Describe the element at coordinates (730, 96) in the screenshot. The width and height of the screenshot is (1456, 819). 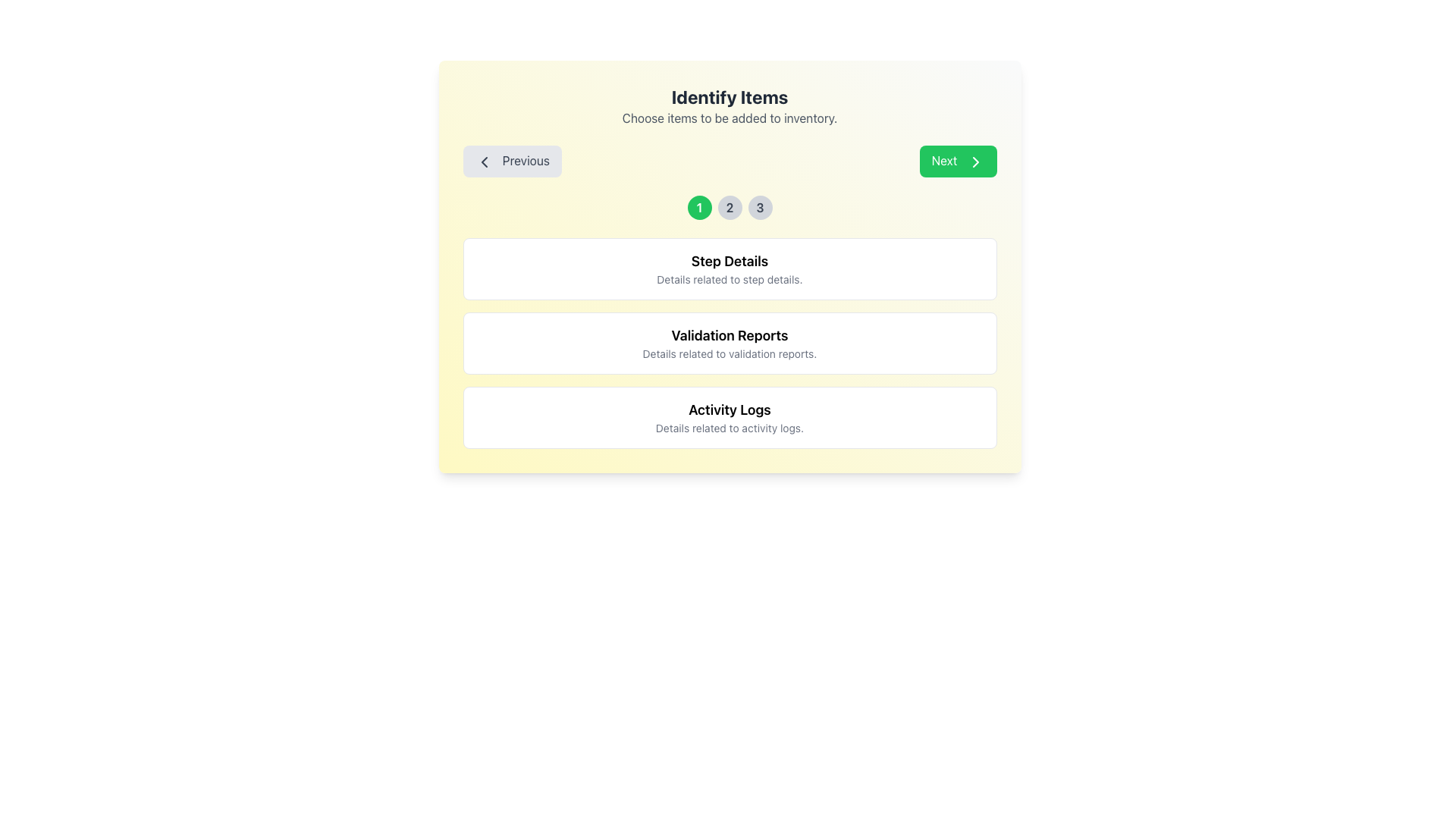
I see `the bold textual header displaying 'Identify Items', which is prominently positioned at the top of the interface and serves as a section title` at that location.